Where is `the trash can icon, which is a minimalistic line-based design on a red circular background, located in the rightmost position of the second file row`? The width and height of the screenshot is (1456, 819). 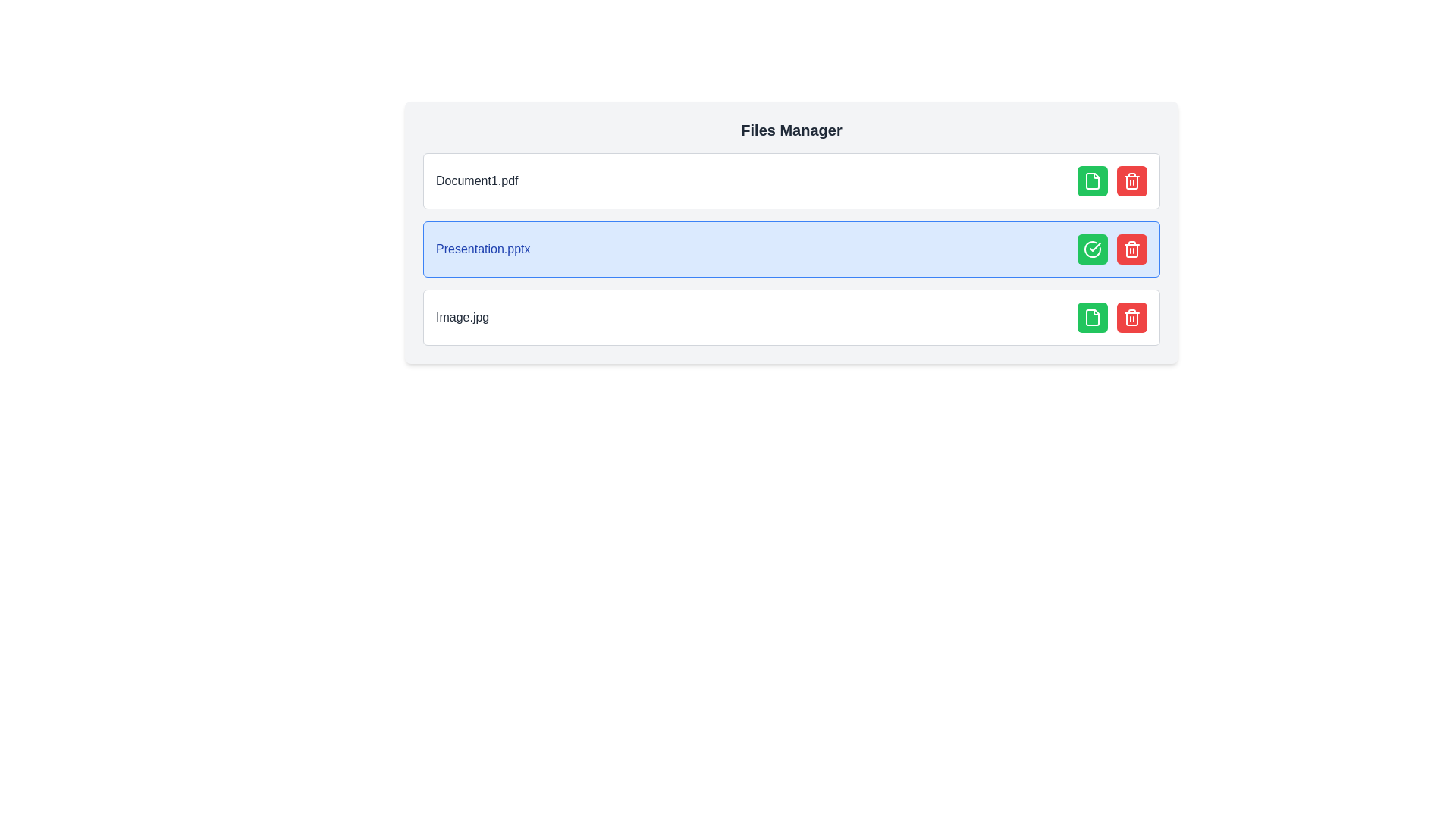 the trash can icon, which is a minimalistic line-based design on a red circular background, located in the rightmost position of the second file row is located at coordinates (1131, 248).